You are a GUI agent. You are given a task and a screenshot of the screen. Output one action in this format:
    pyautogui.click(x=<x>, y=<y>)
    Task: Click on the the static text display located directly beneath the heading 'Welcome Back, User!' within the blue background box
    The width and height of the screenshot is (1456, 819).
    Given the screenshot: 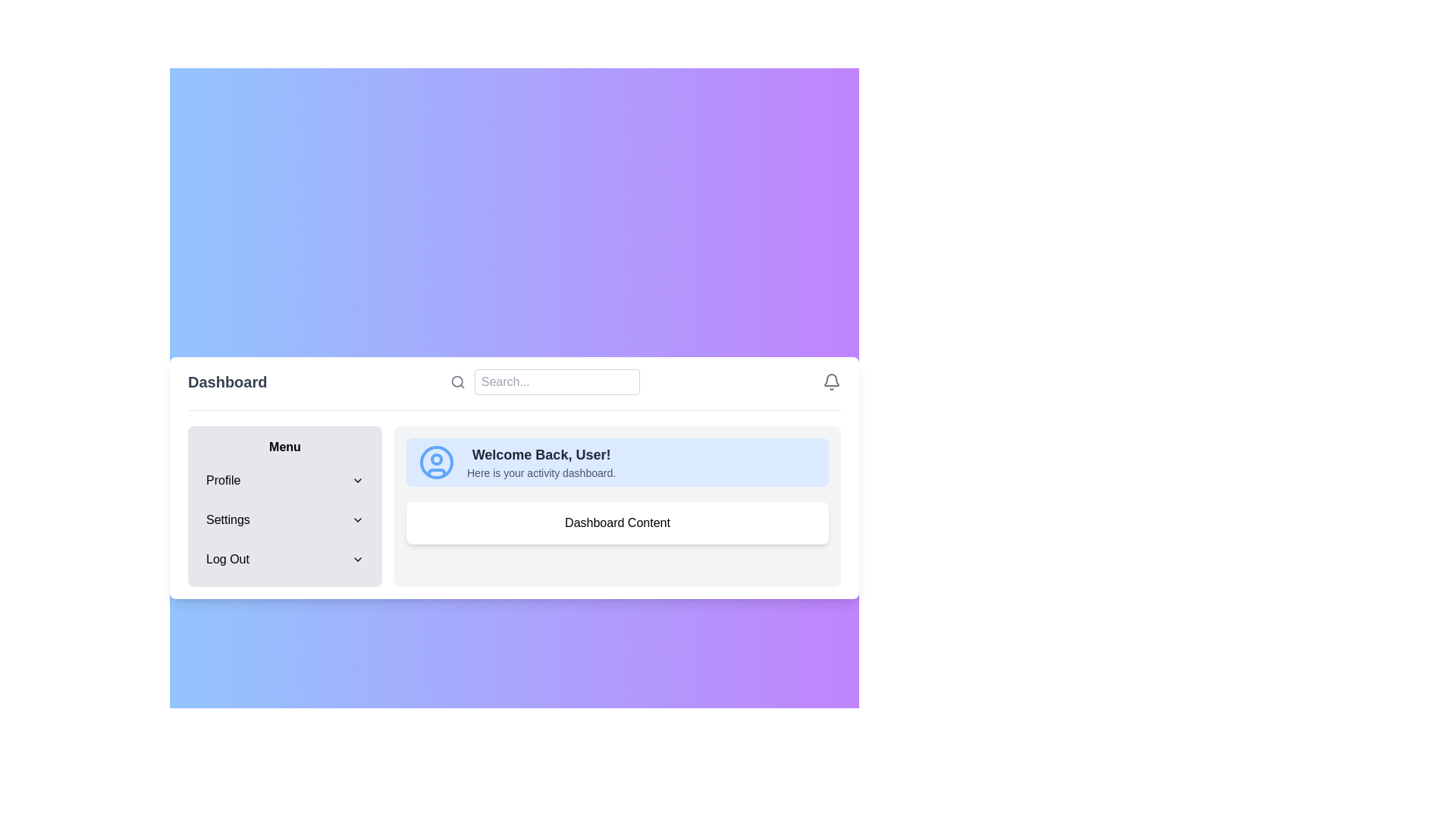 What is the action you would take?
    pyautogui.click(x=541, y=472)
    